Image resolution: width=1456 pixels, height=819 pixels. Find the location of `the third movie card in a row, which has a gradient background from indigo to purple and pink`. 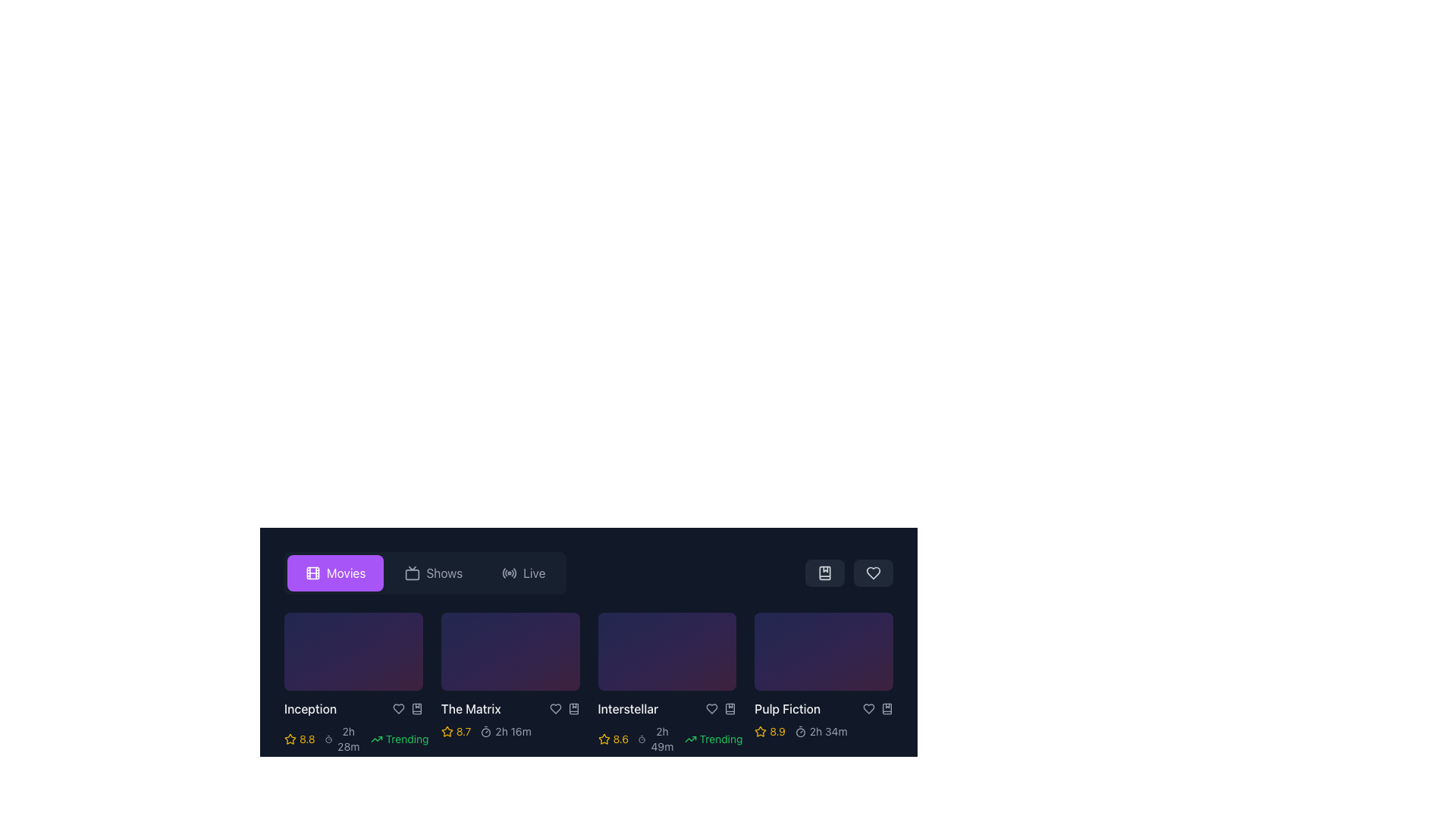

the third movie card in a row, which has a gradient background from indigo to purple and pink is located at coordinates (667, 651).